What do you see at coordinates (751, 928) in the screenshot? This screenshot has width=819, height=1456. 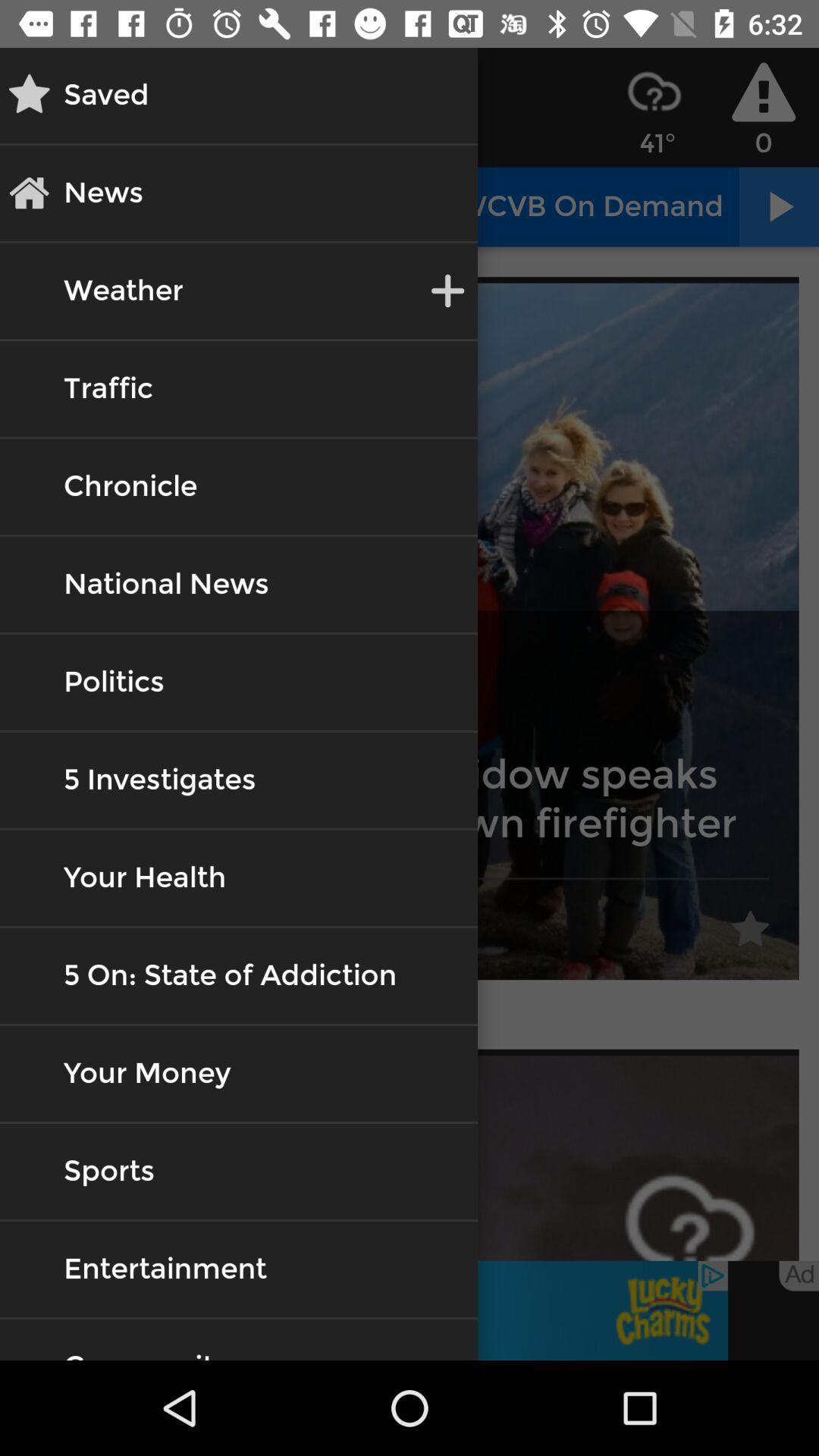 I see `the first star icon on the web page` at bounding box center [751, 928].